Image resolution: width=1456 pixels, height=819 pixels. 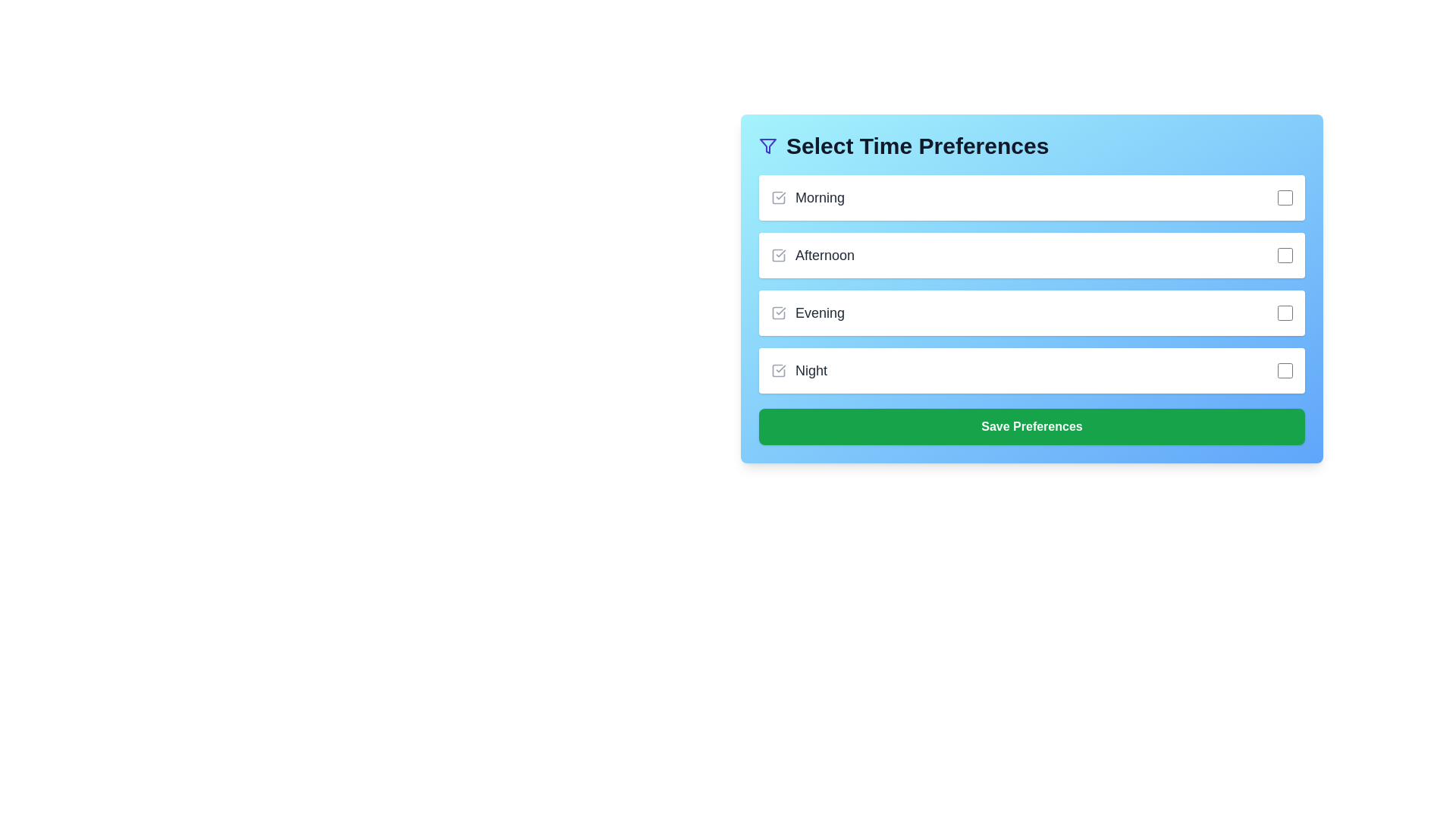 What do you see at coordinates (779, 197) in the screenshot?
I see `the checkbox icon with a check mark located to the left of the 'Morning' text in the 'Select Time Preferences' section` at bounding box center [779, 197].